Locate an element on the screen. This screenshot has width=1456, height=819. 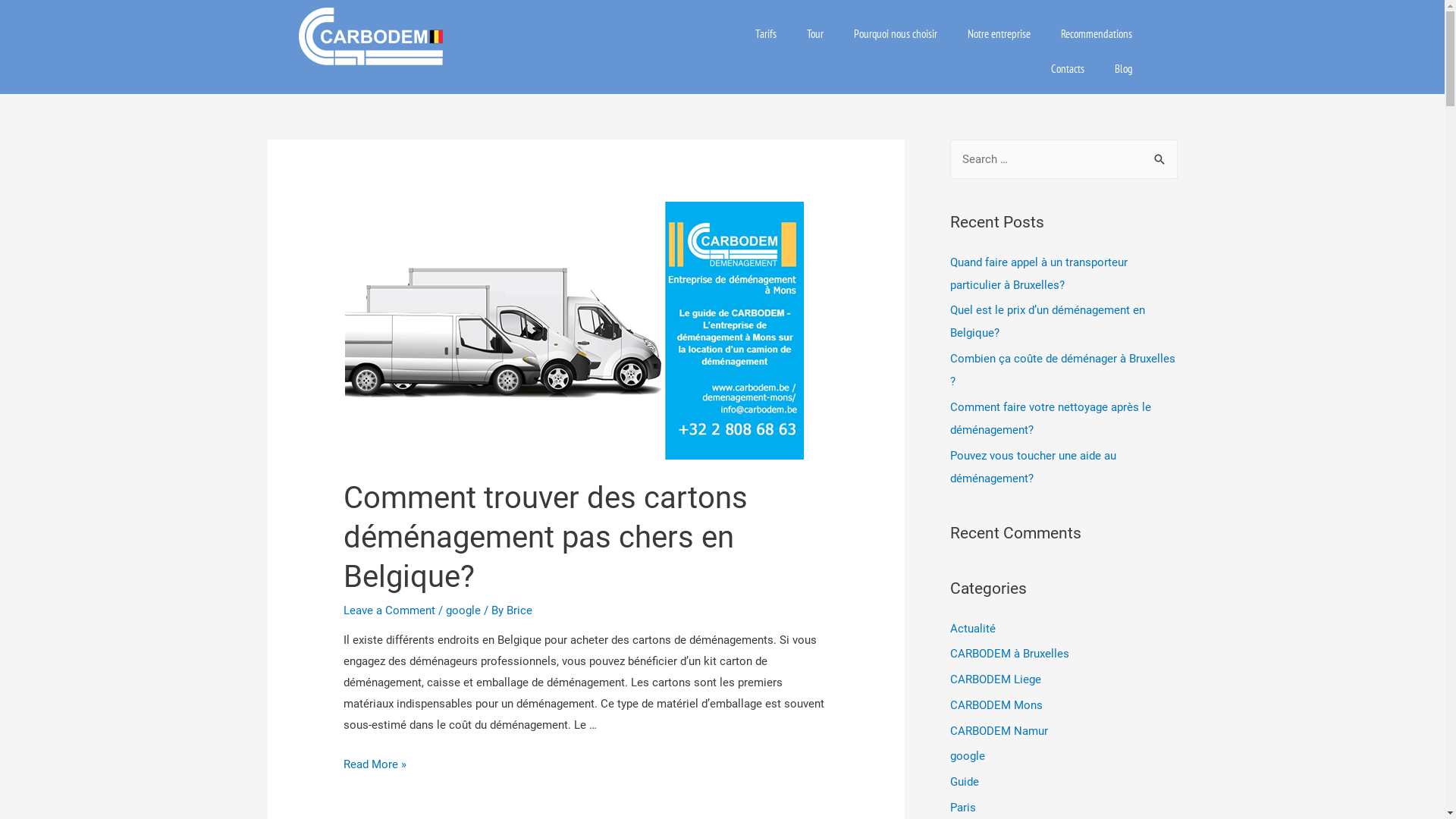
'Brice' is located at coordinates (519, 610).